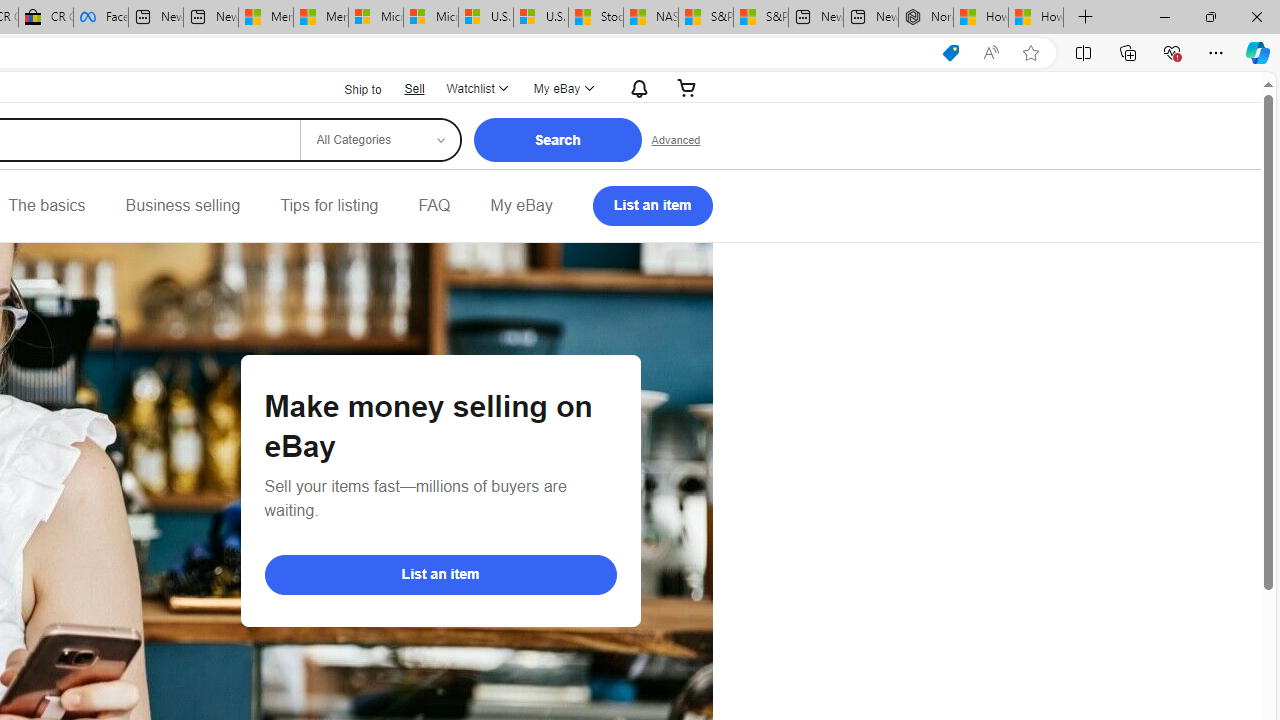  Describe the element at coordinates (183, 205) in the screenshot. I see `'Business selling'` at that location.